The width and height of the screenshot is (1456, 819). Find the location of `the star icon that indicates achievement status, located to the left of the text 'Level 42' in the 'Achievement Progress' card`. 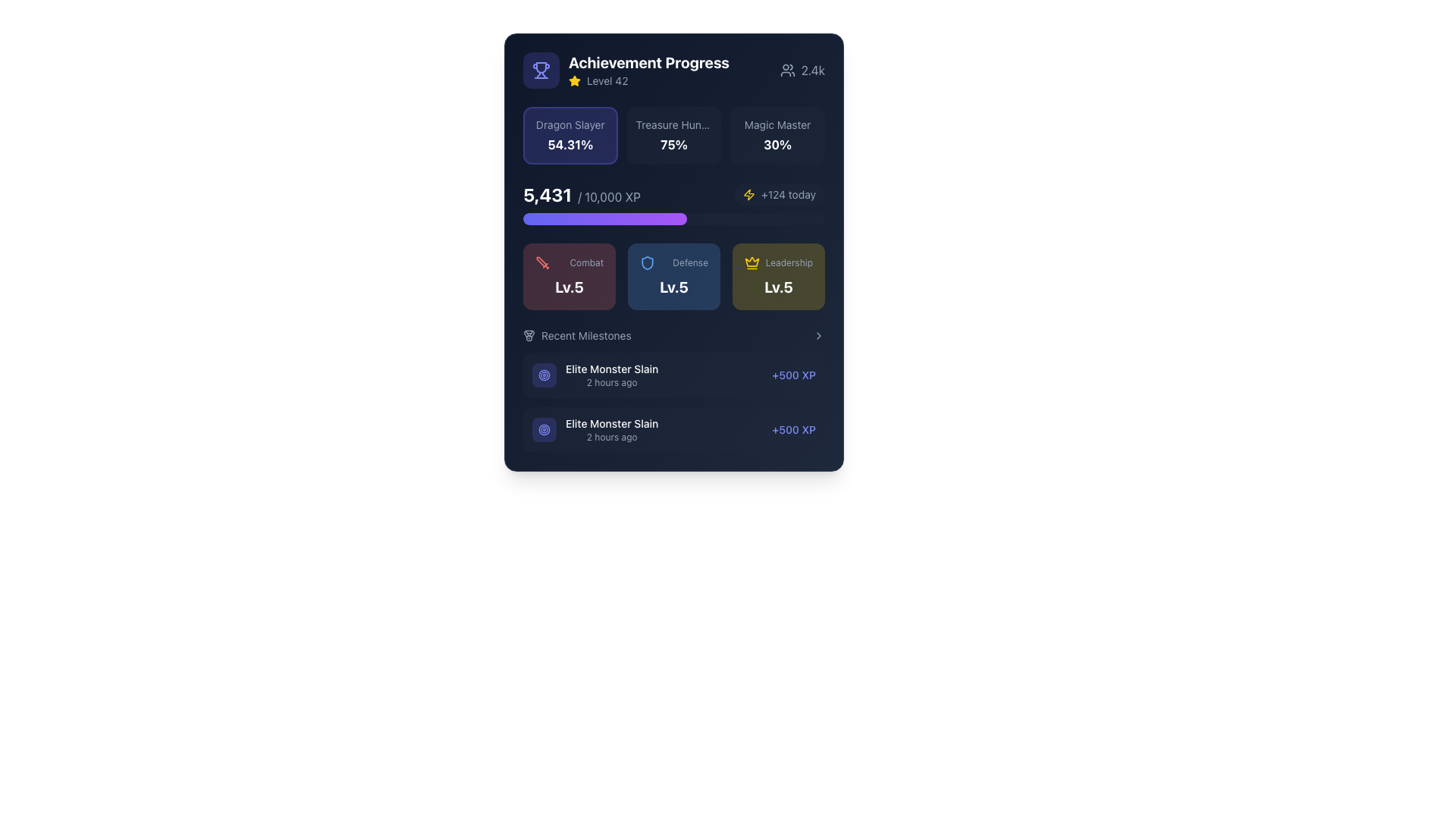

the star icon that indicates achievement status, located to the left of the text 'Level 42' in the 'Achievement Progress' card is located at coordinates (574, 80).